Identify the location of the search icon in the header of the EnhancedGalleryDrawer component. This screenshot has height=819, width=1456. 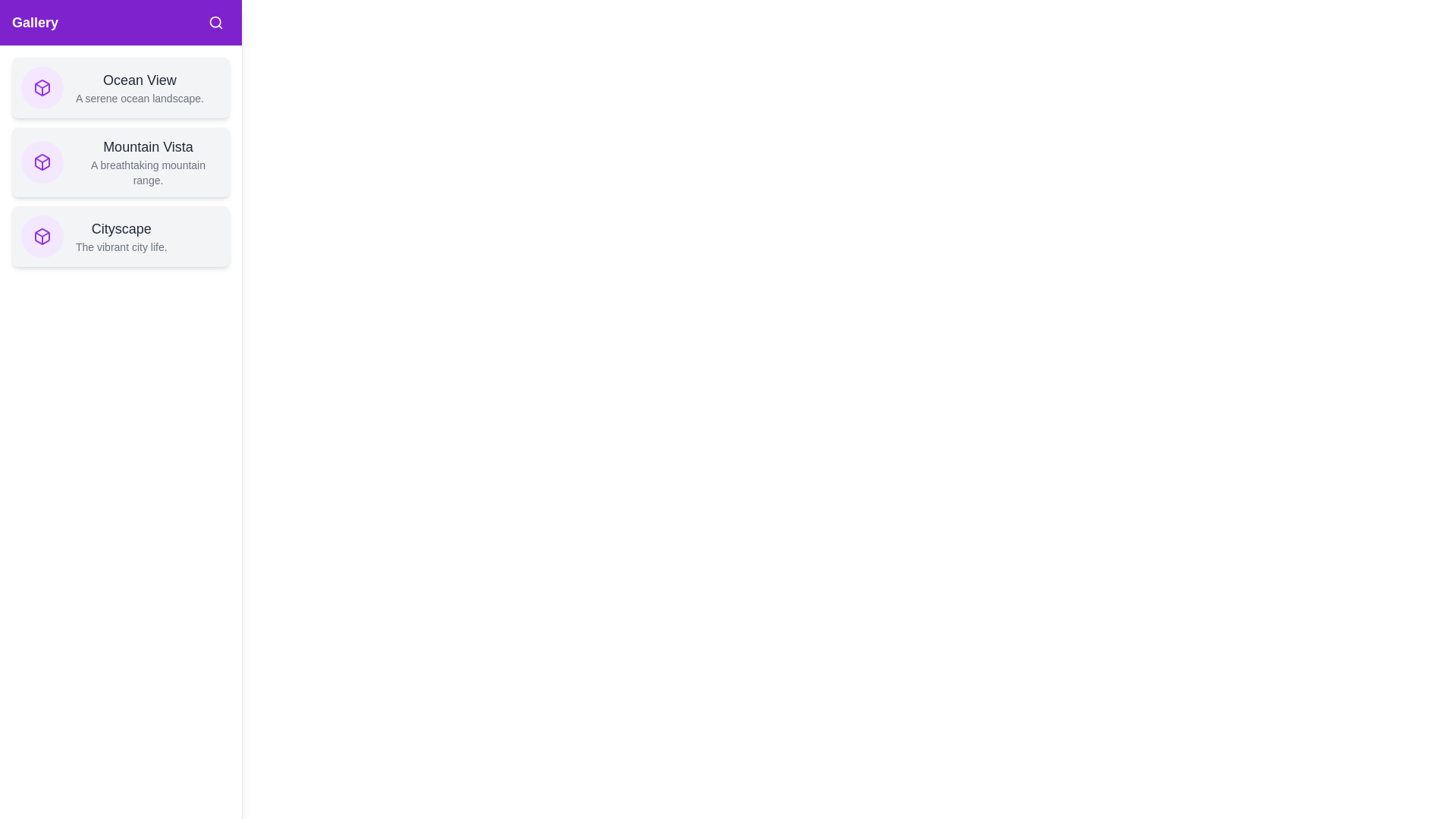
(215, 23).